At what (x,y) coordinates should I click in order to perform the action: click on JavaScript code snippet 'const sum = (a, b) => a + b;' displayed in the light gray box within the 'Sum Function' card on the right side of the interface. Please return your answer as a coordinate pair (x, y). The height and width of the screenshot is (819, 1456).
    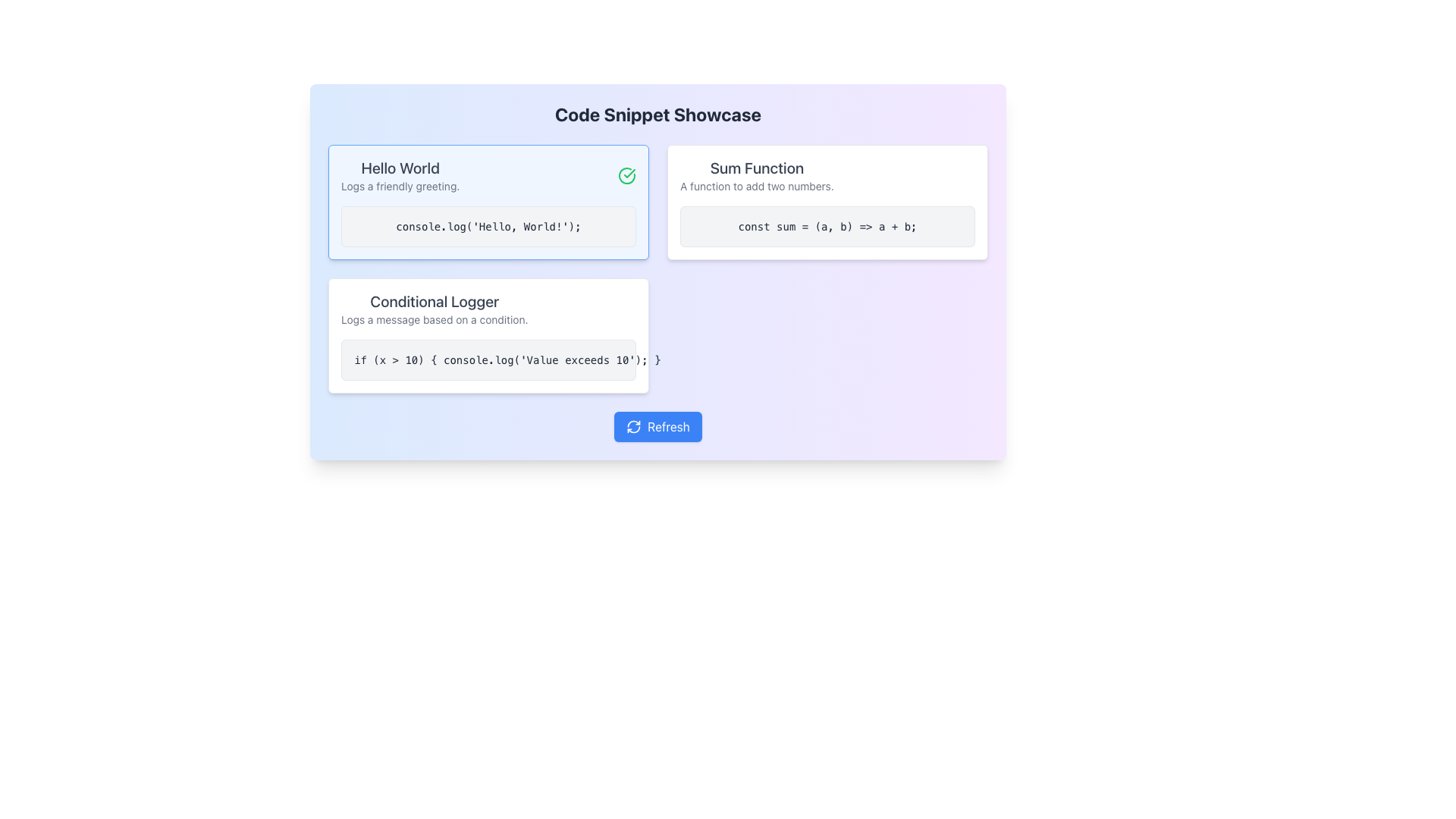
    Looking at the image, I should click on (827, 227).